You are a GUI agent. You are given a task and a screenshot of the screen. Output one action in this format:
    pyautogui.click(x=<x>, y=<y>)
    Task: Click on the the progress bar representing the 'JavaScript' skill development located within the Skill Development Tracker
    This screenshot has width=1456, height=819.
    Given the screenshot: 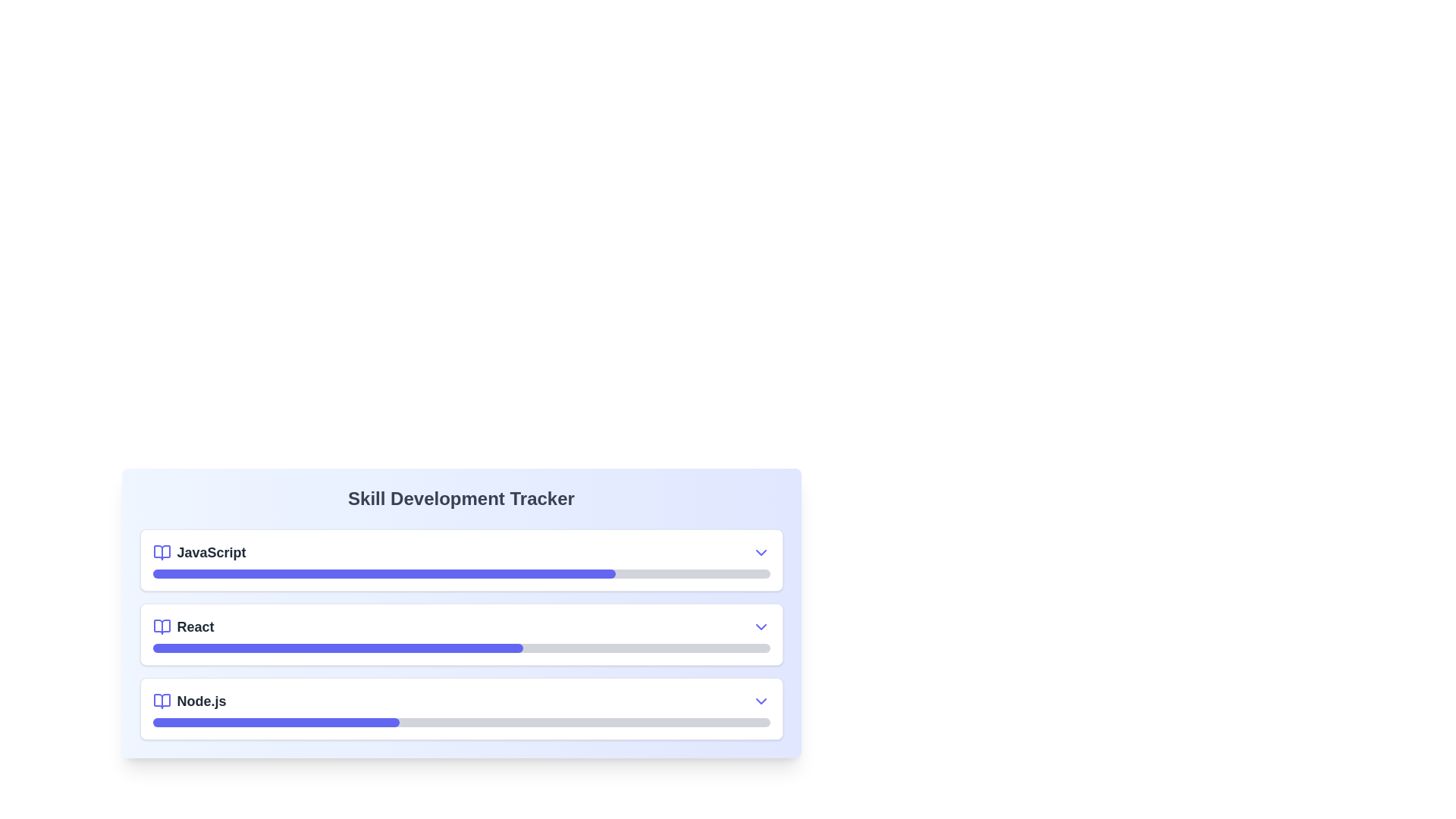 What is the action you would take?
    pyautogui.click(x=384, y=573)
    